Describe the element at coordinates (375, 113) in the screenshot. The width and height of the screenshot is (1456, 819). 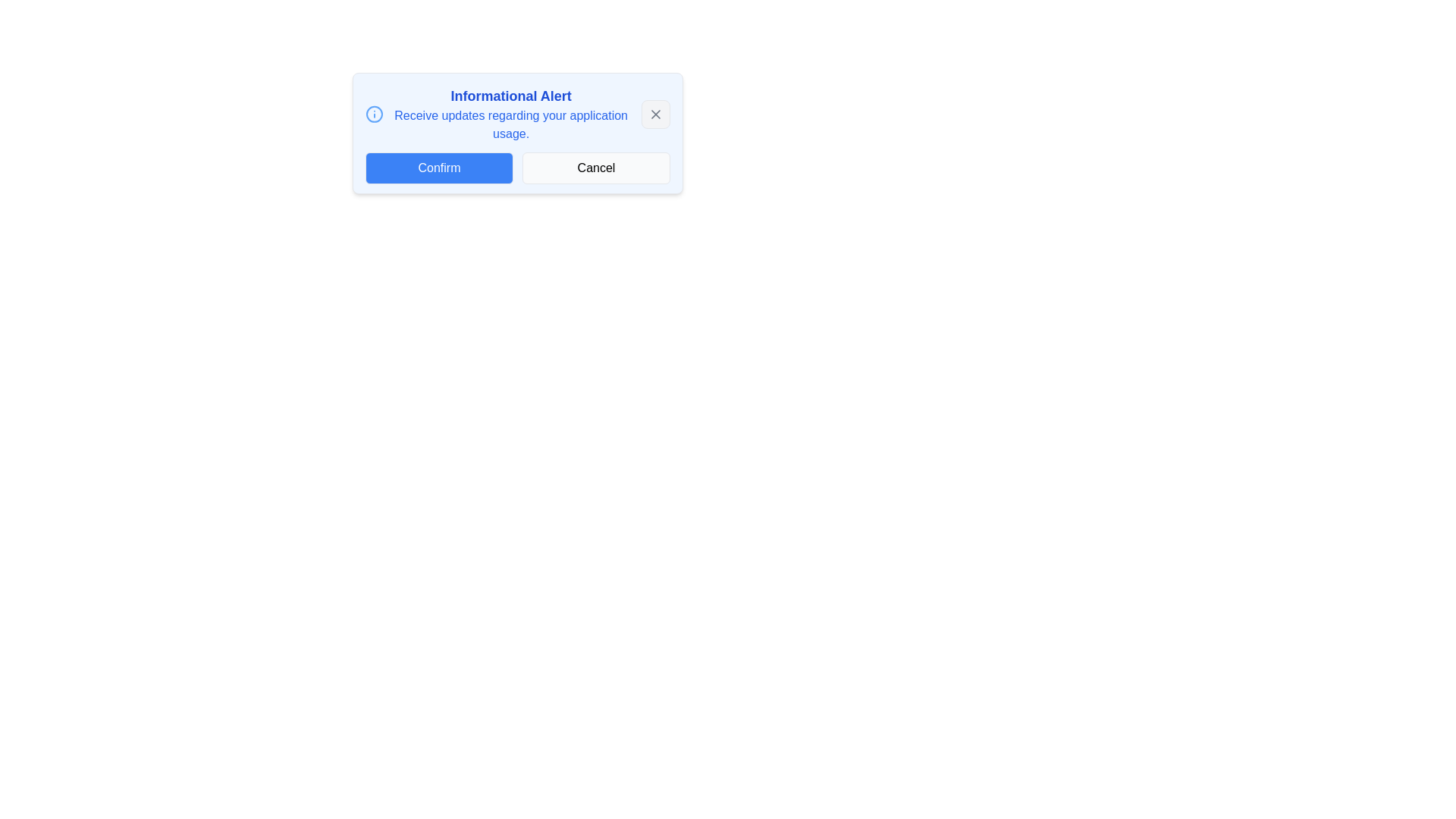
I see `the informational icon located to the left of the 'Informational Alert' text, which provides a visual cue about the content` at that location.